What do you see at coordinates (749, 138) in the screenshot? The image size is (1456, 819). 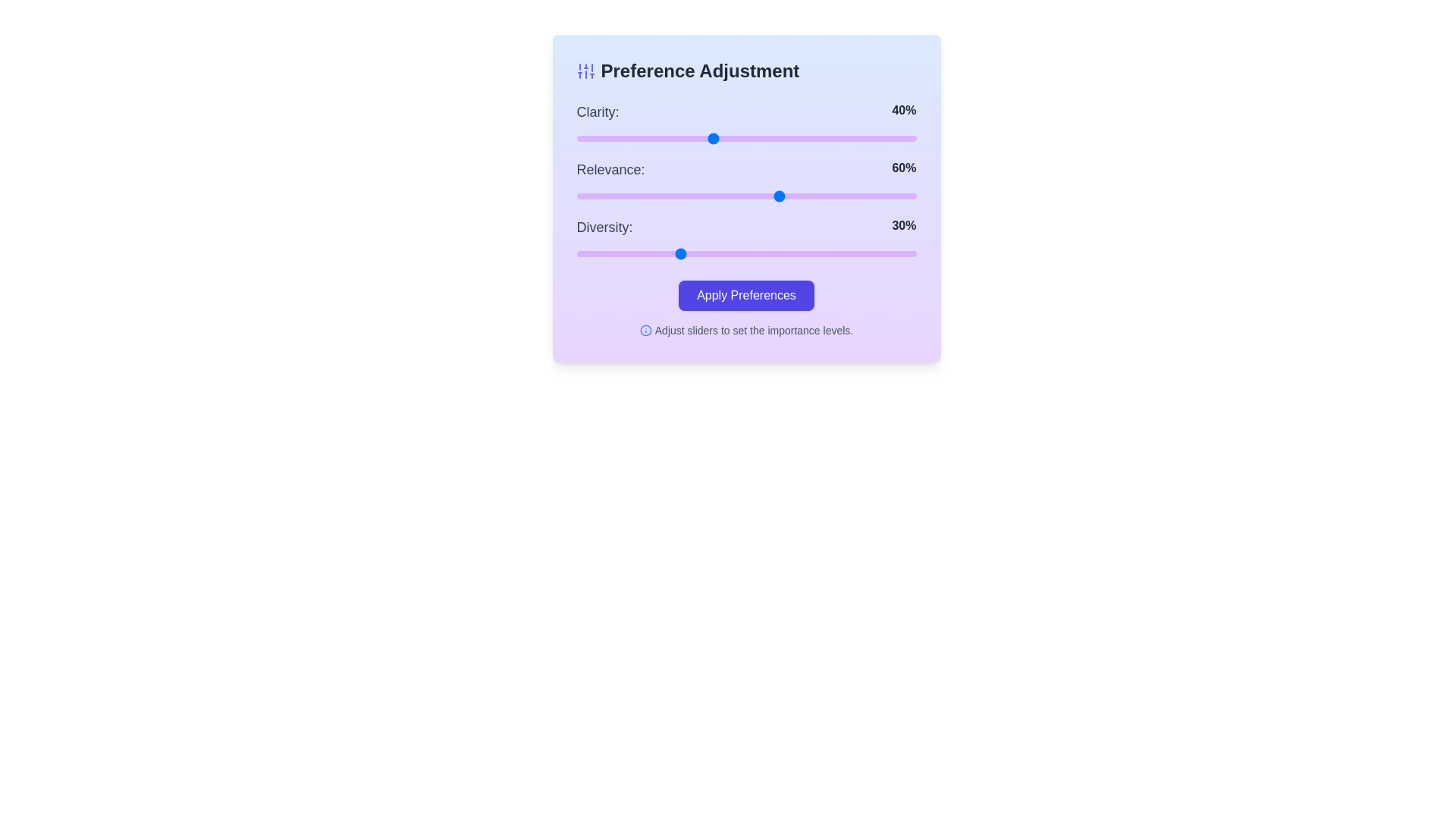 I see `the slider for 0 to 51%` at bounding box center [749, 138].